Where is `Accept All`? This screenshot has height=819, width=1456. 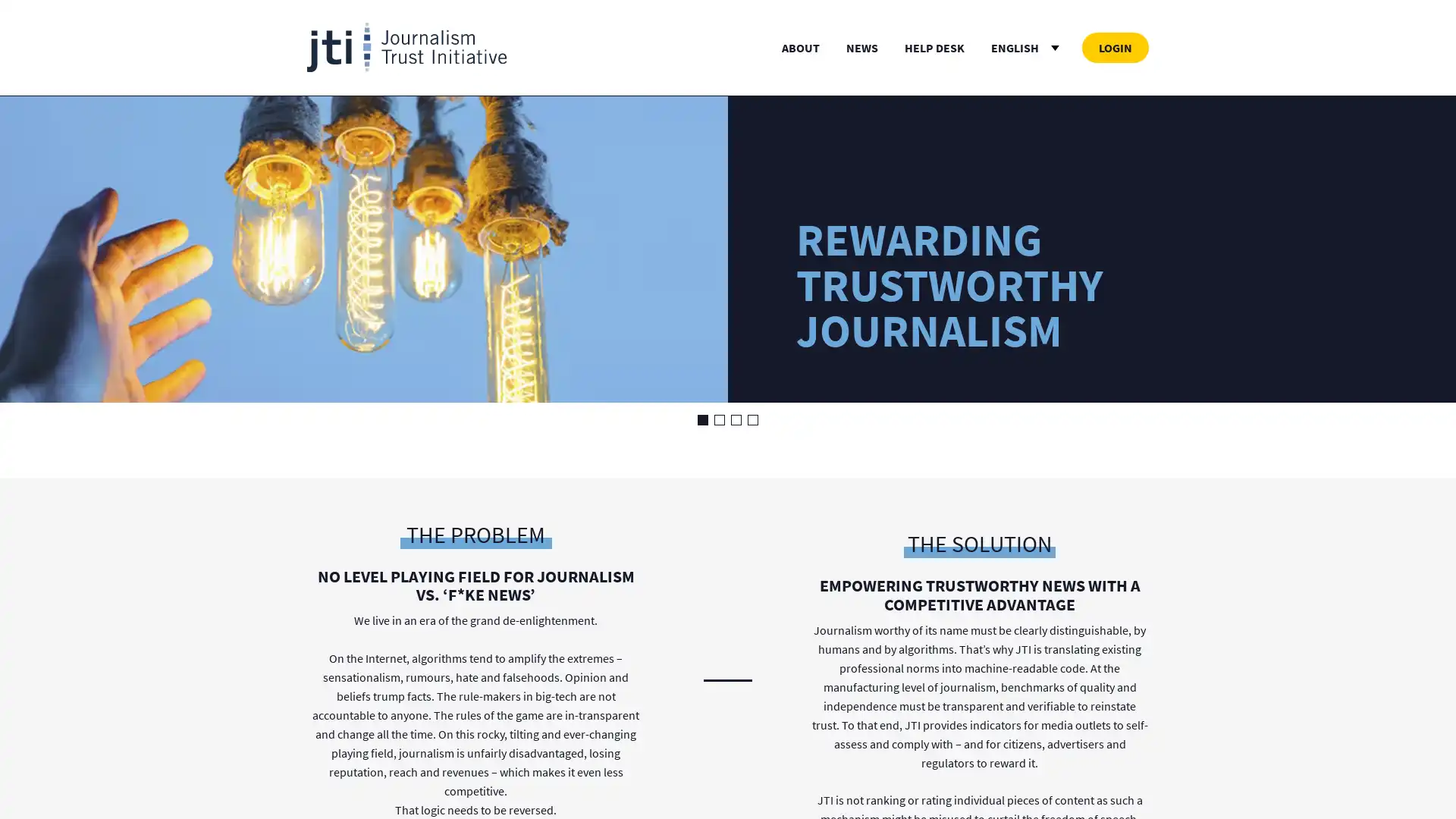 Accept All is located at coordinates (877, 496).